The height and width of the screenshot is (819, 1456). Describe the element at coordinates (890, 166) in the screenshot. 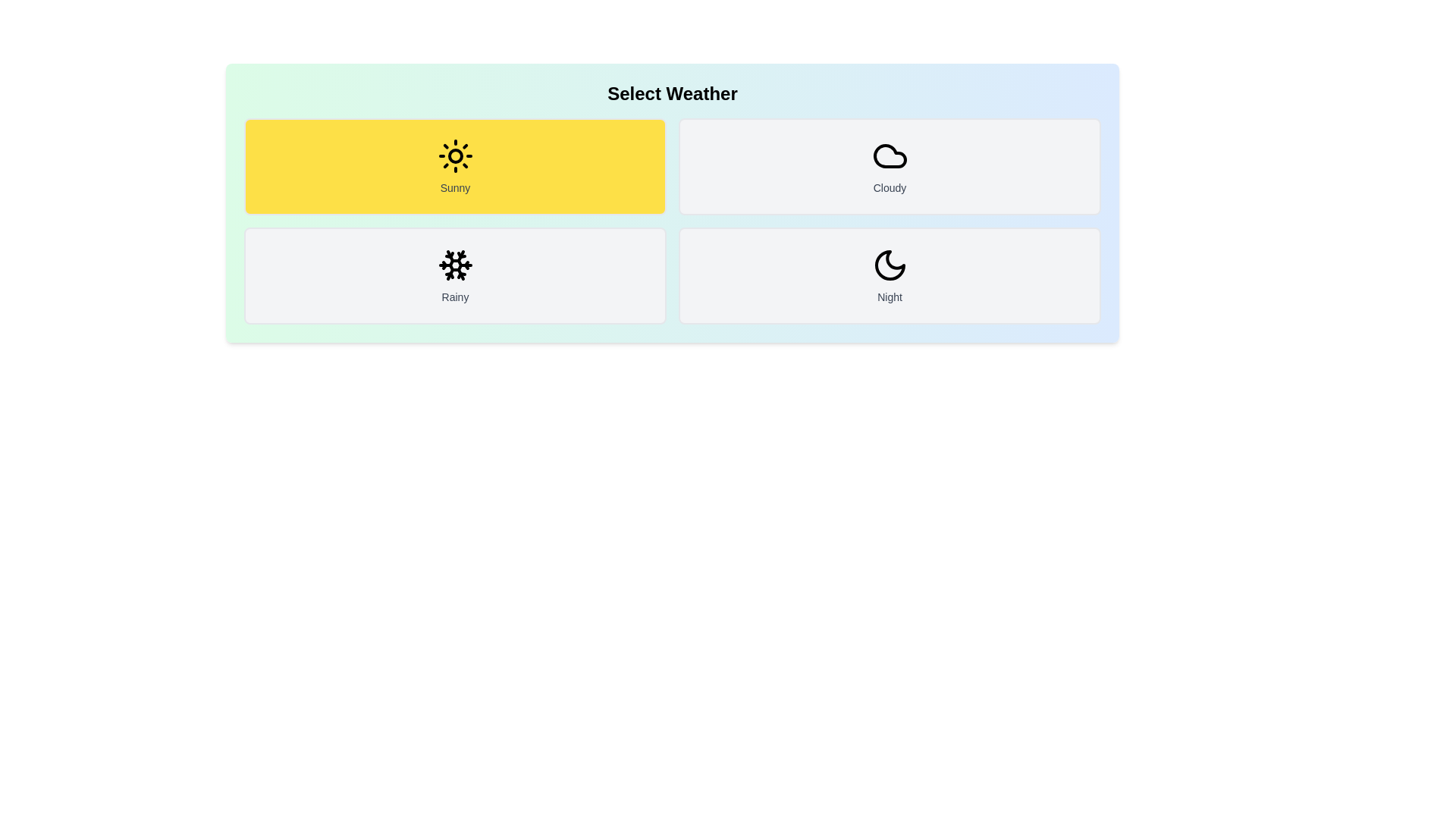

I see `the weather type by clicking on the button corresponding to Cloudy` at that location.